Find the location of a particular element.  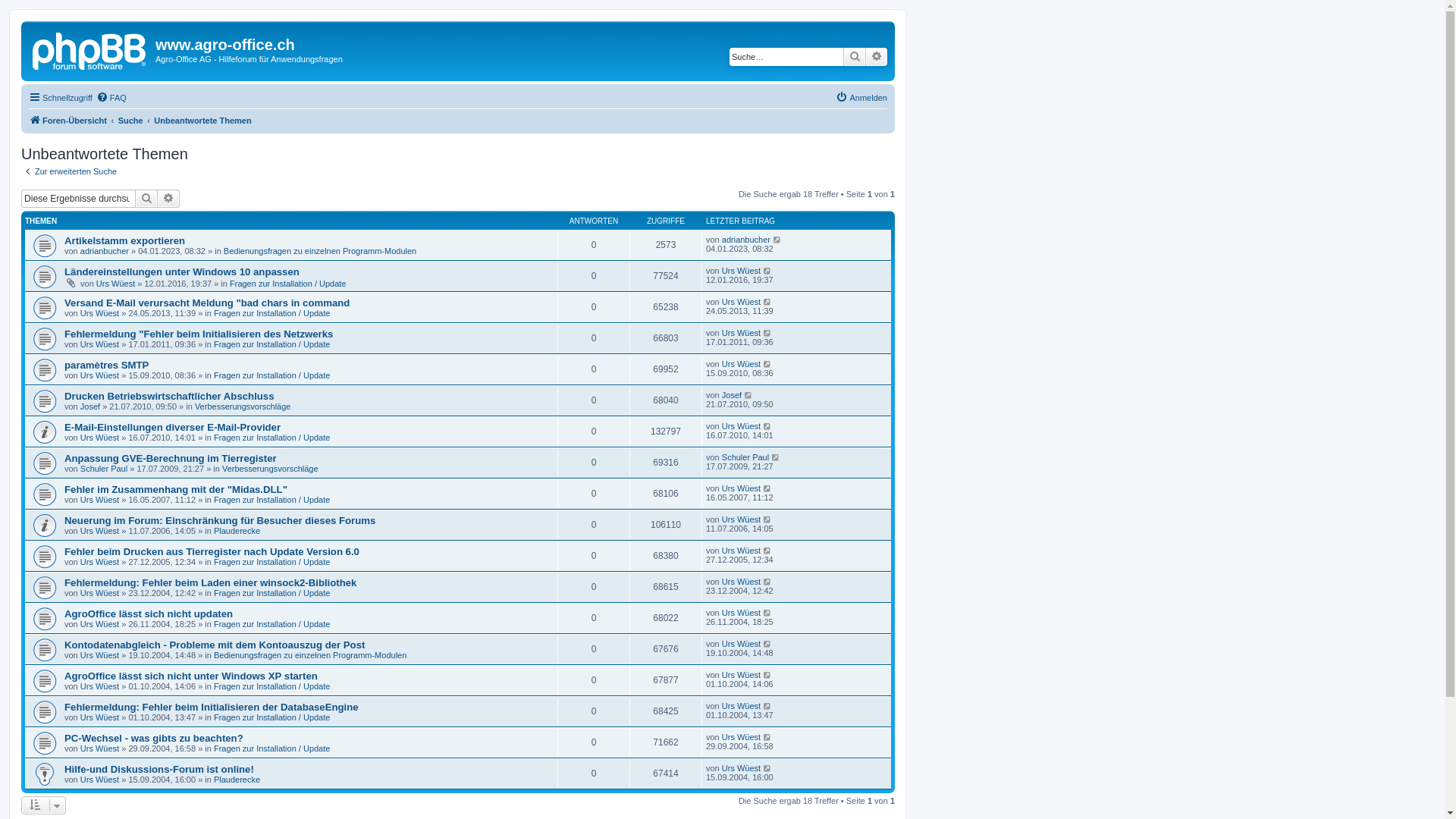

'Gehe zum letzten Beitrag' is located at coordinates (767, 488).